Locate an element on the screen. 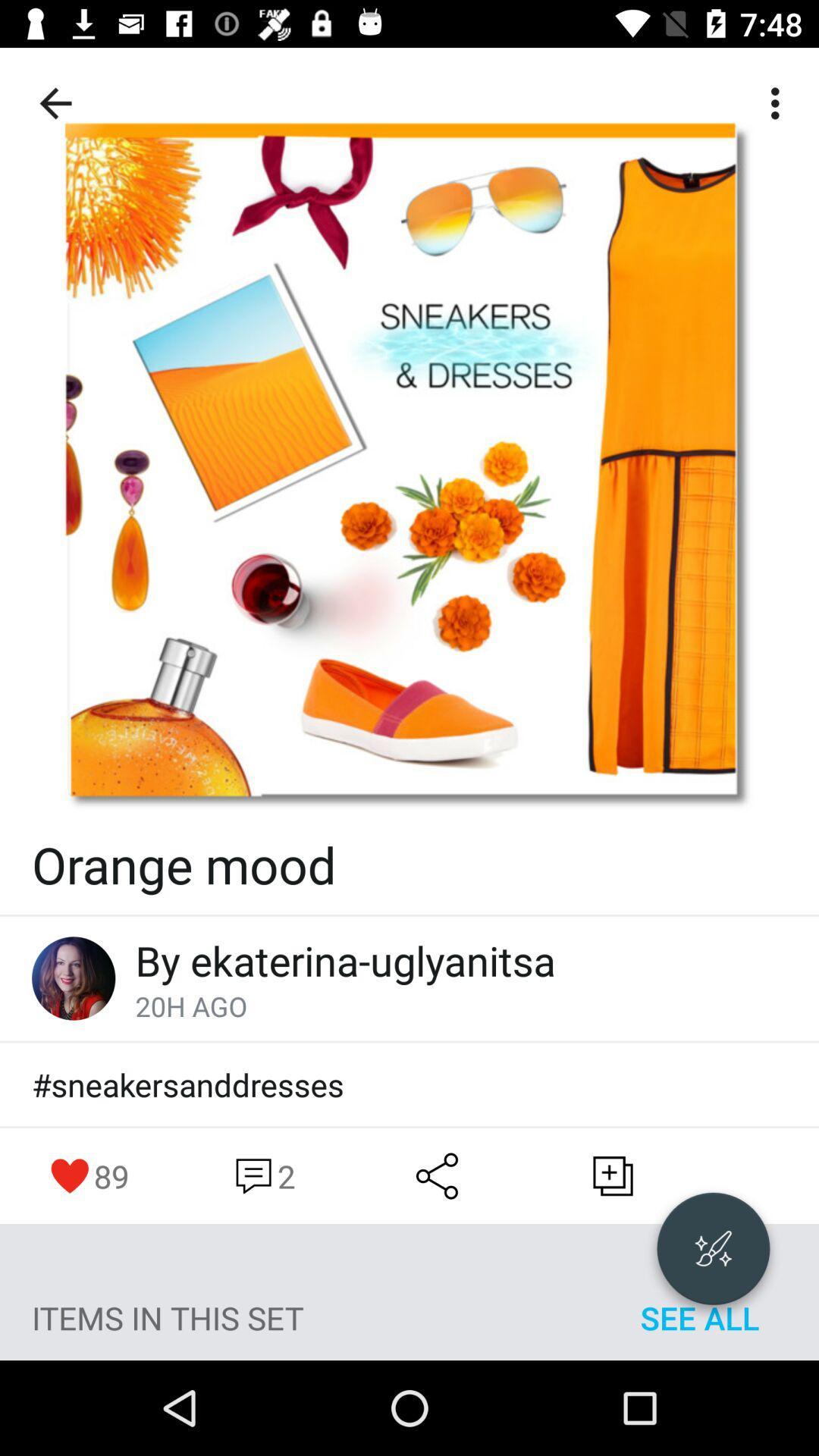 Image resolution: width=819 pixels, height=1456 pixels. messages icon which is right side if the like button is located at coordinates (262, 1175).